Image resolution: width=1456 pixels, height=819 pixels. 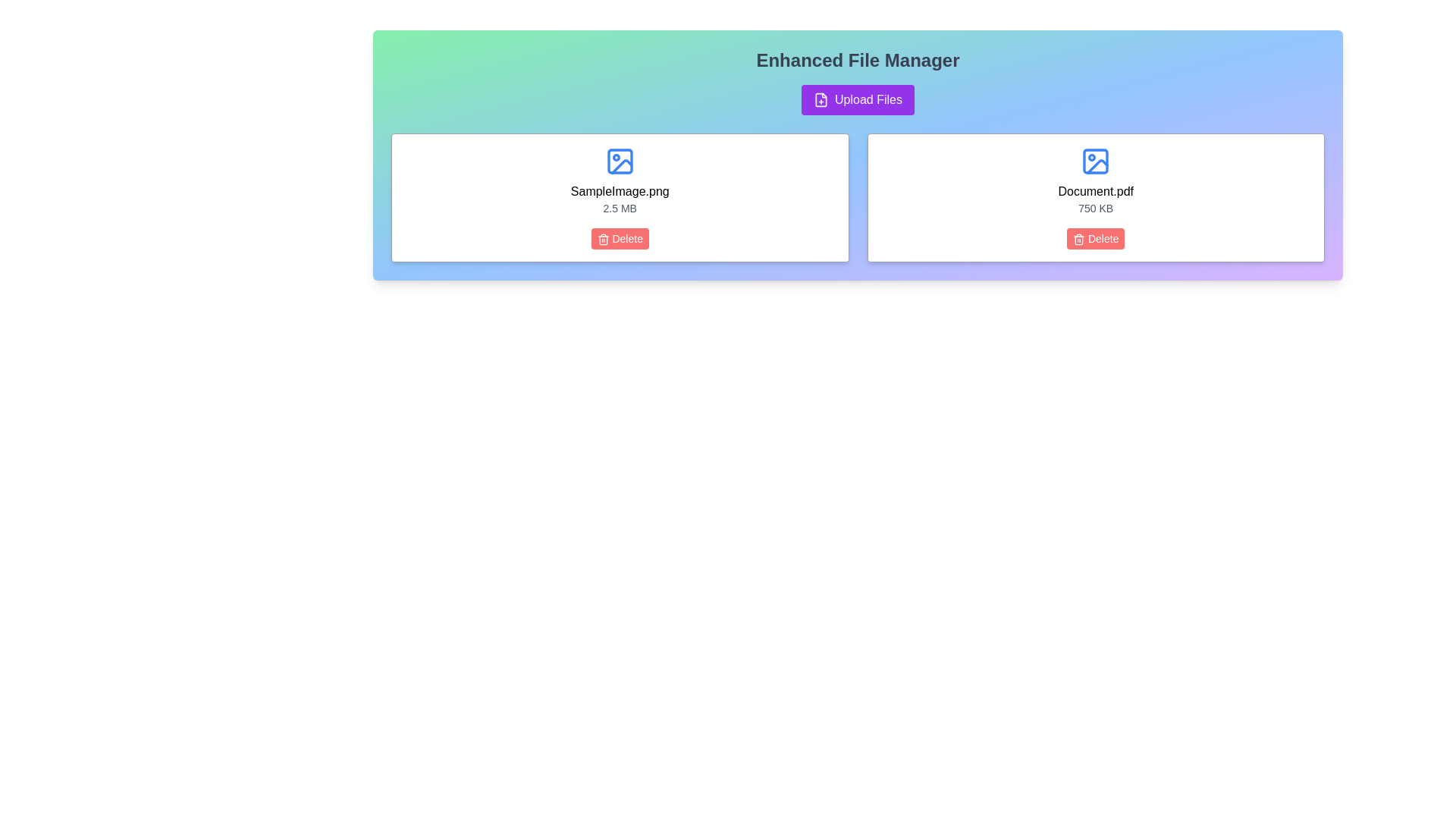 What do you see at coordinates (821, 99) in the screenshot?
I see `the SVG icon shaped like a document with a plus sign, which is located to the left of the 'Upload Files' text within the 'Upload Files' button under the 'Enhanced File Manager' header` at bounding box center [821, 99].